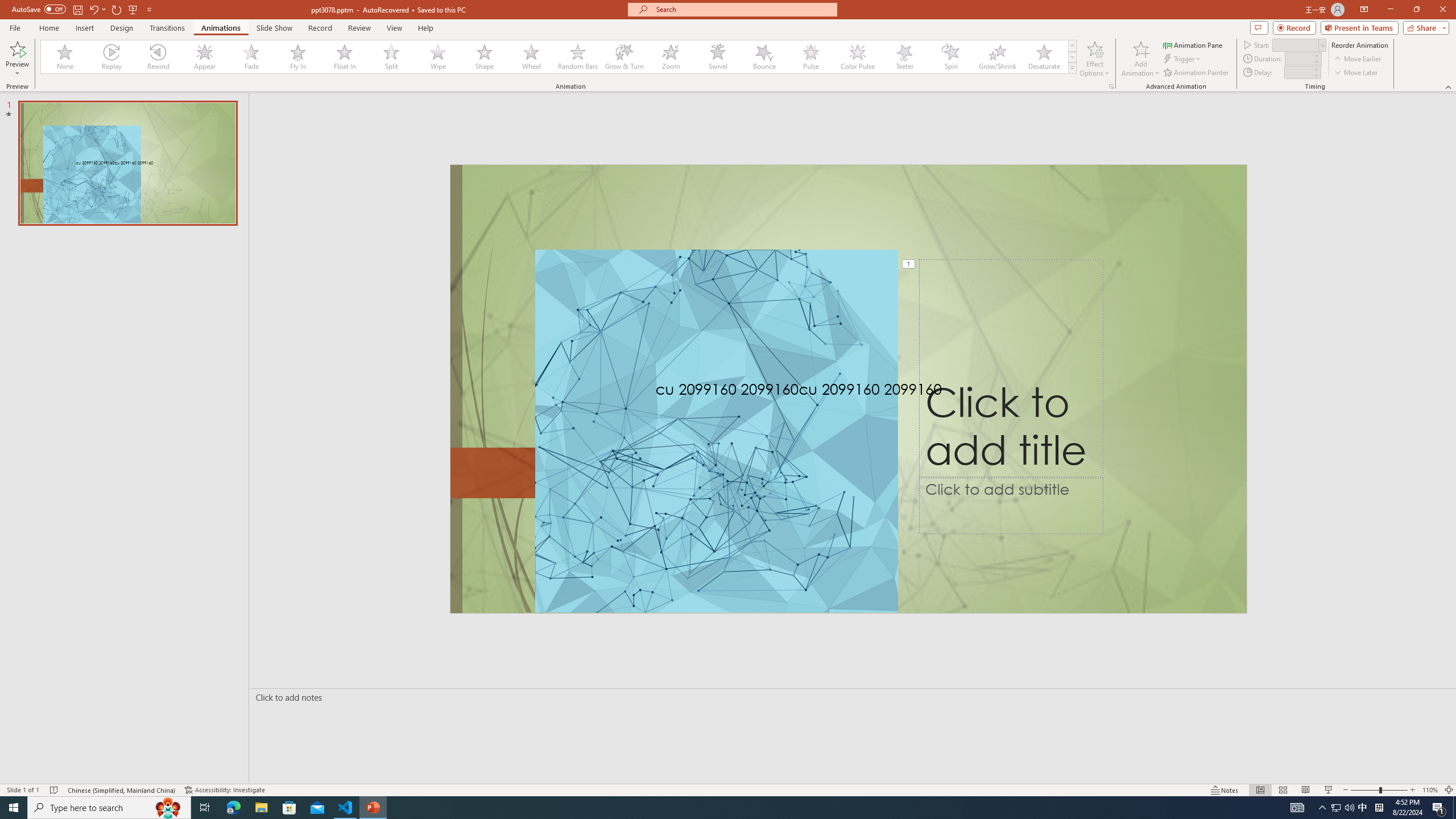  I want to click on 'Effect Options', so click(1094, 59).